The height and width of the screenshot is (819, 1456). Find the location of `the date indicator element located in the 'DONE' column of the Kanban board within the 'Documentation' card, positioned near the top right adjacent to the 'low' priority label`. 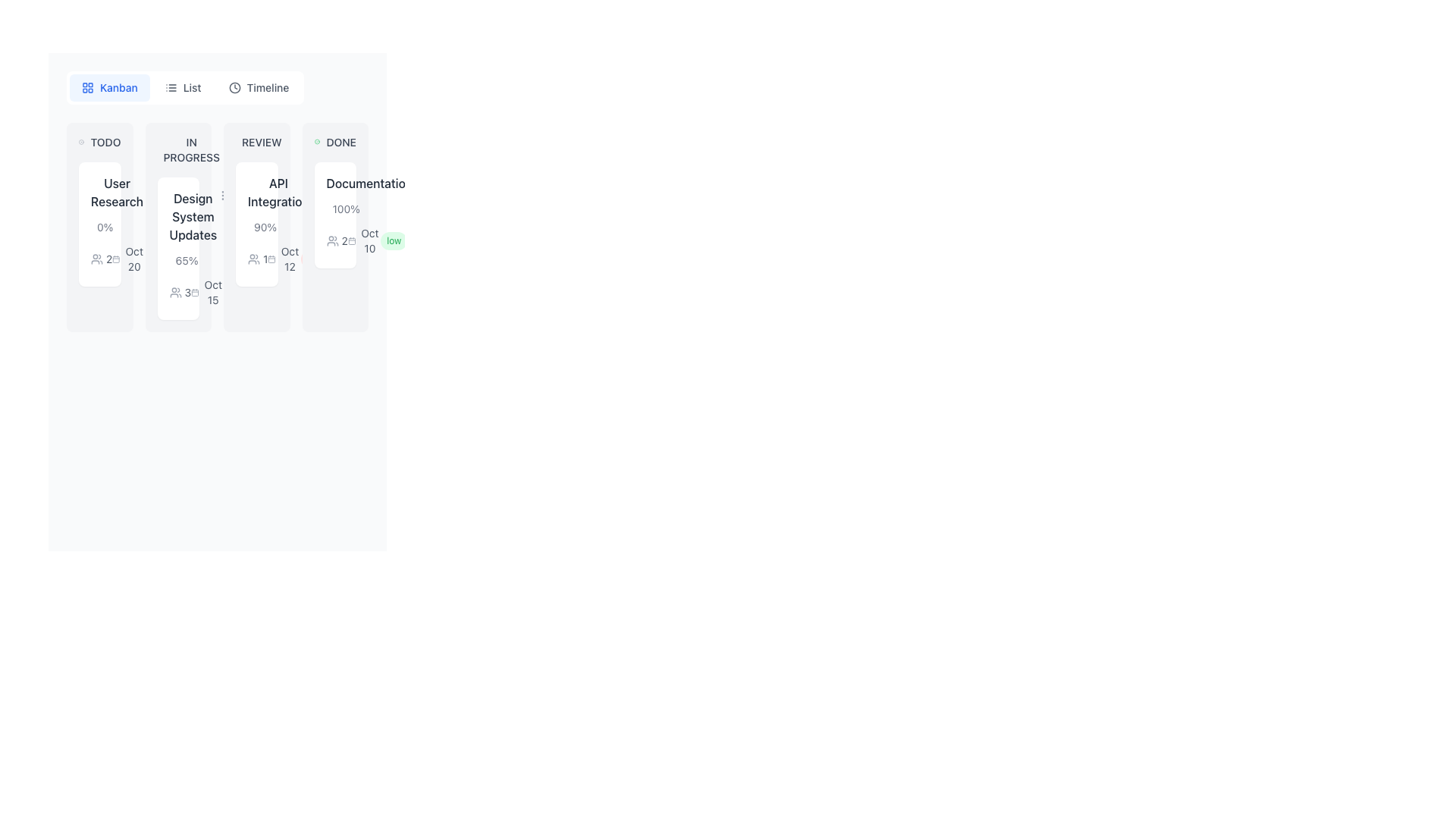

the date indicator element located in the 'DONE' column of the Kanban board within the 'Documentation' card, positioned near the top right adjacent to the 'low' priority label is located at coordinates (364, 240).